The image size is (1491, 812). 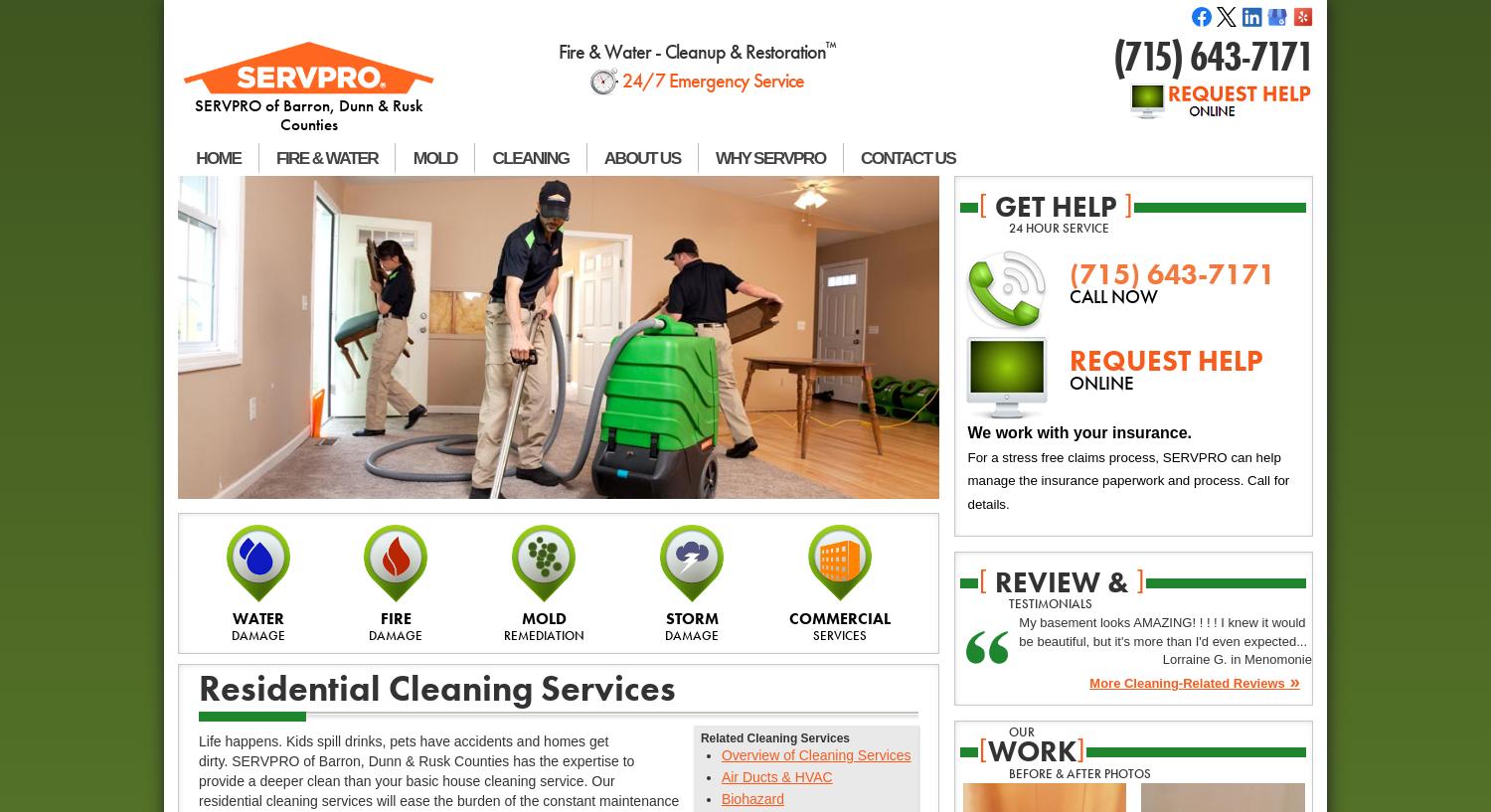 I want to click on 'work', so click(x=1031, y=749).